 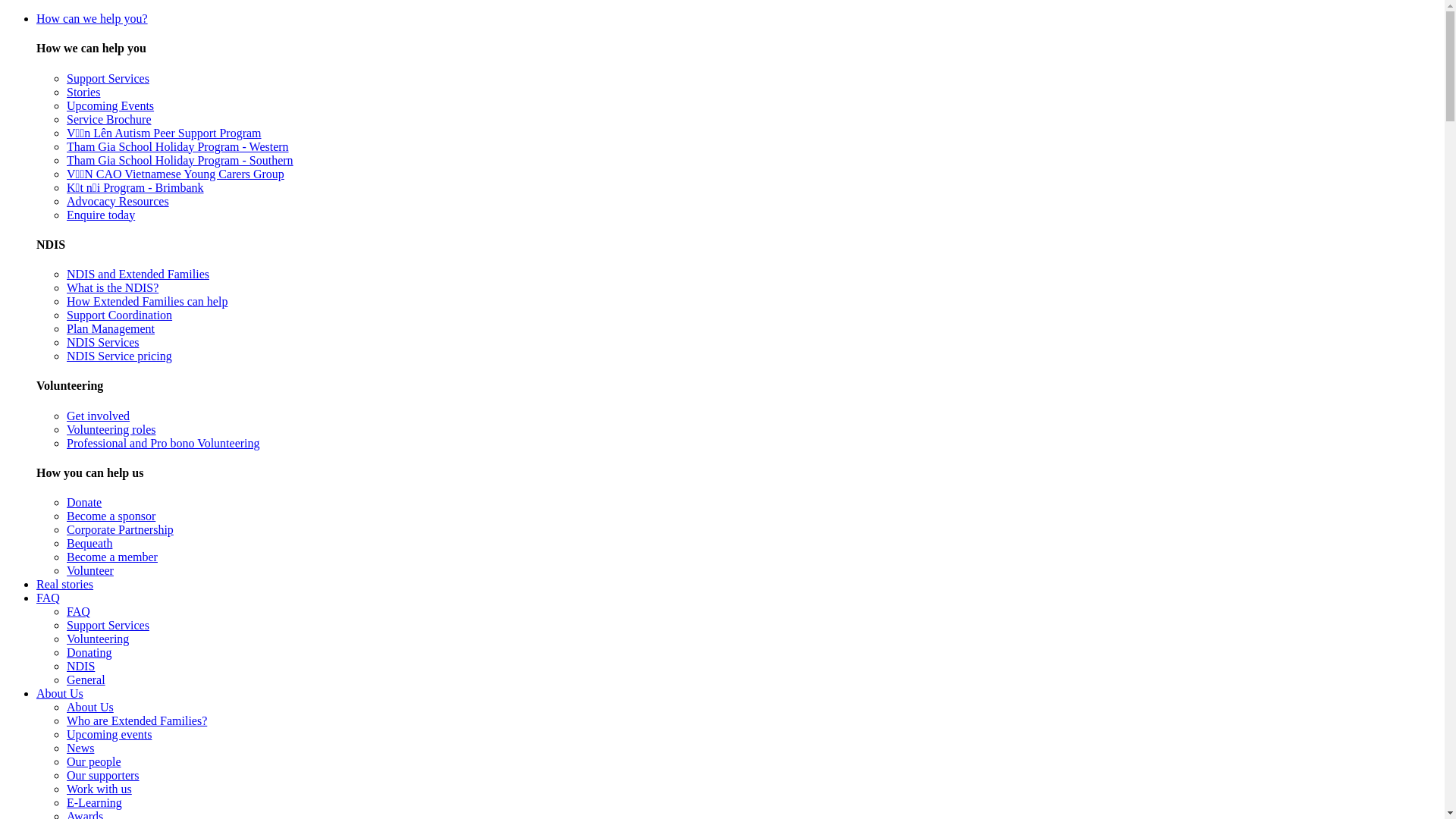 What do you see at coordinates (110, 515) in the screenshot?
I see `'Become a sponsor'` at bounding box center [110, 515].